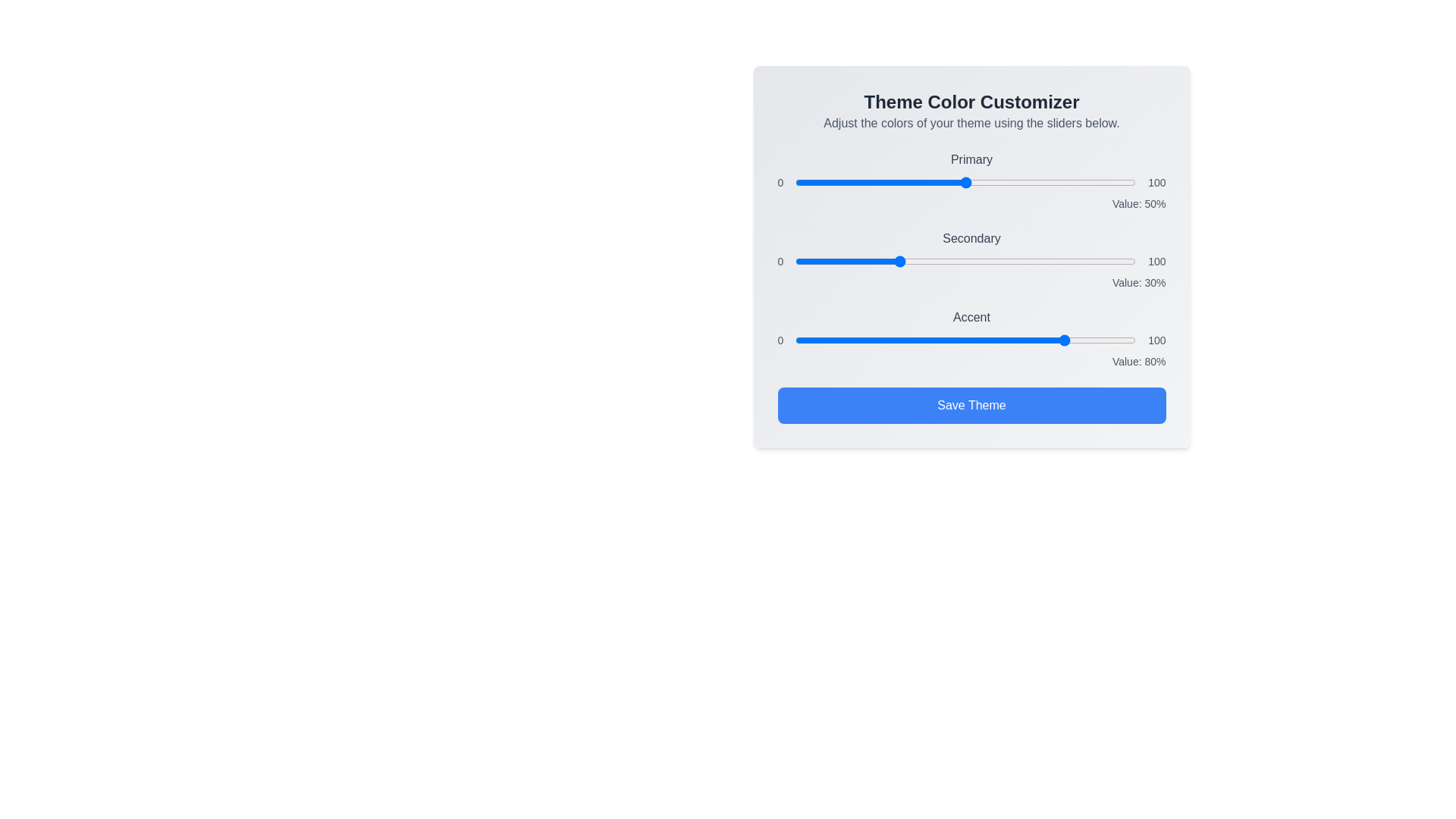 Image resolution: width=1456 pixels, height=819 pixels. What do you see at coordinates (815, 181) in the screenshot?
I see `the 'Primary' color slider to 6%` at bounding box center [815, 181].